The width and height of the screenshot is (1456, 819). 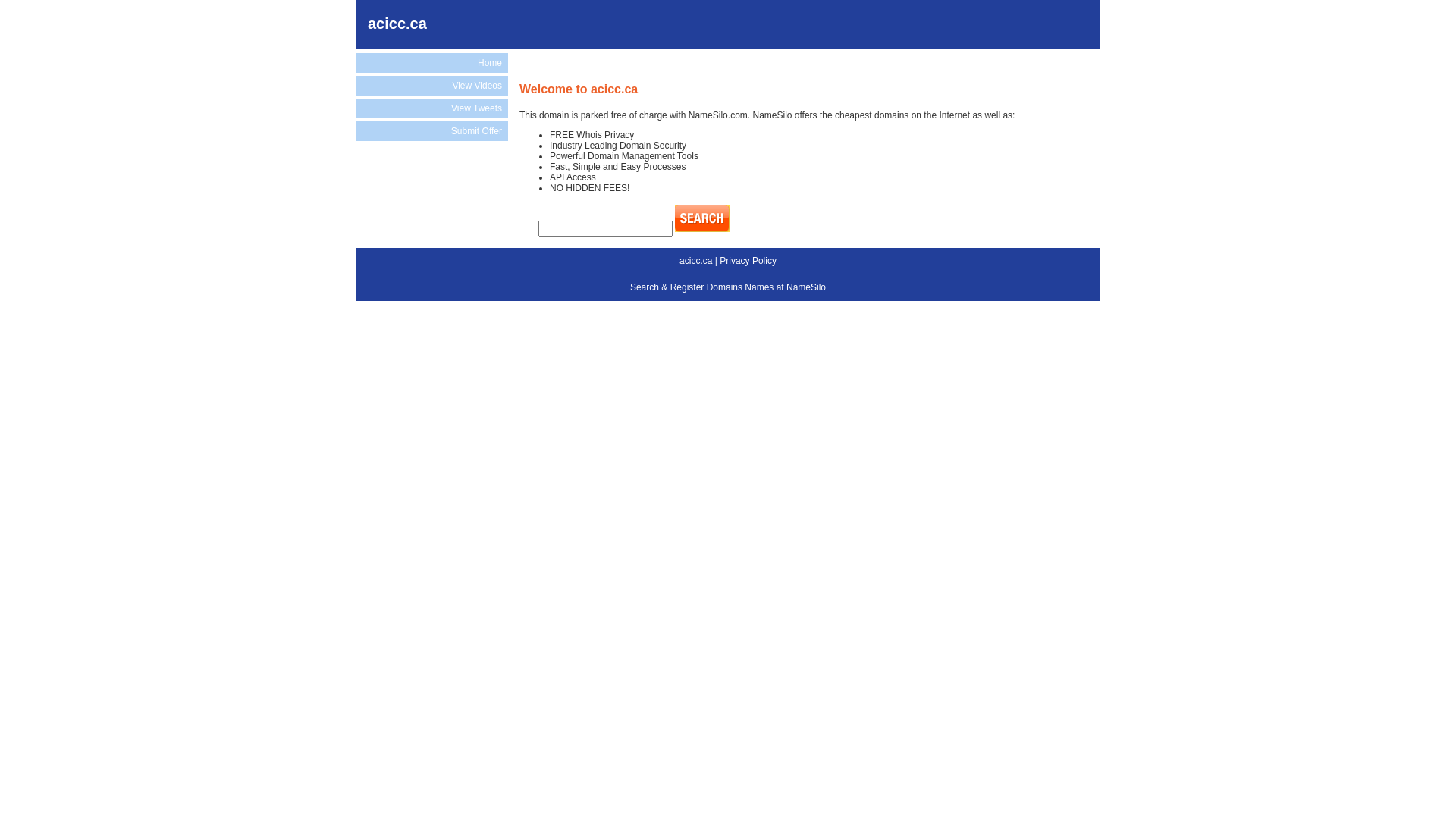 I want to click on 'Submit Offer', so click(x=431, y=130).